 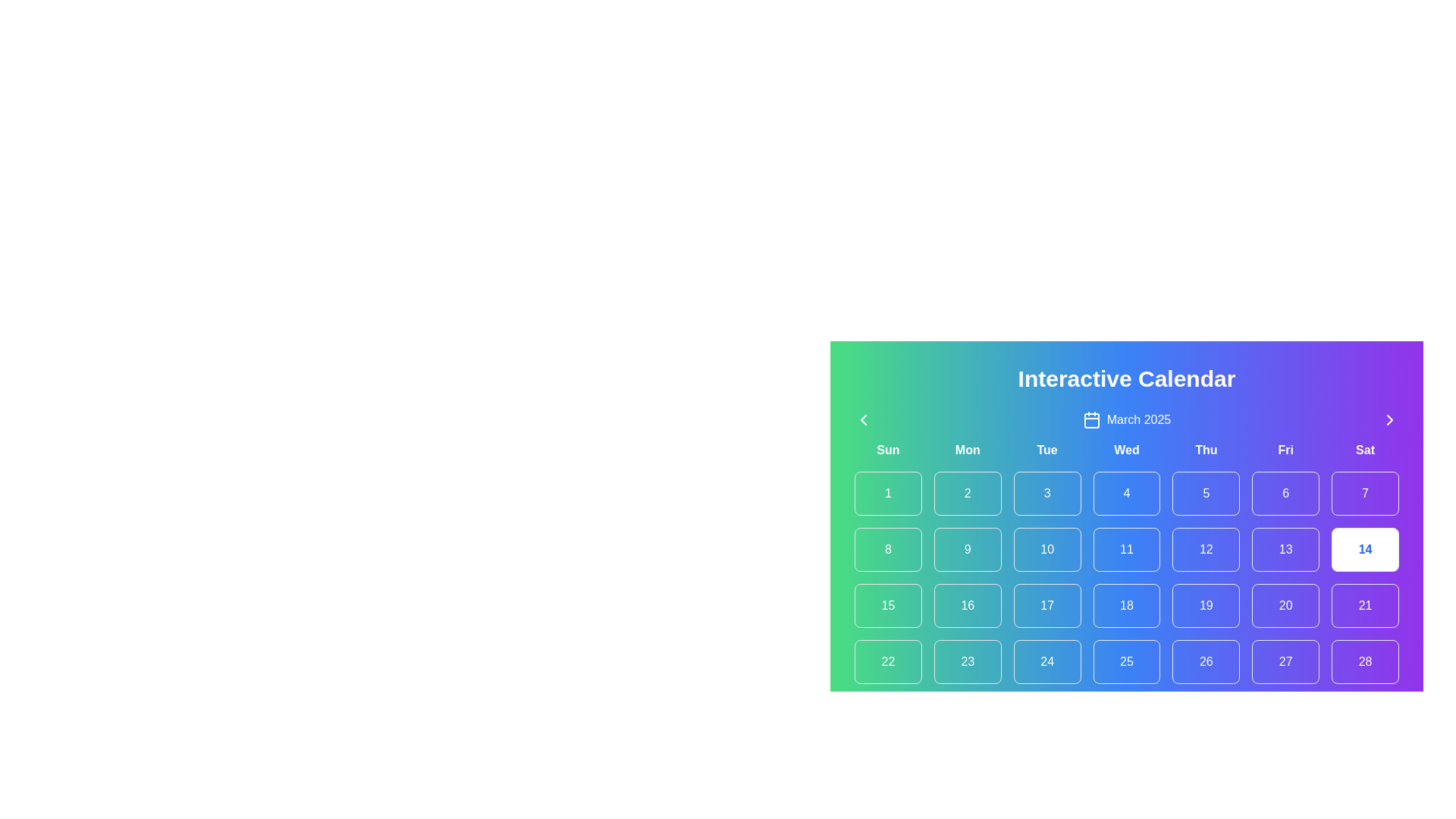 What do you see at coordinates (1127, 661) in the screenshot?
I see `the light blue rectangular button labeled '25' in the calendar grid to trigger visual feedback` at bounding box center [1127, 661].